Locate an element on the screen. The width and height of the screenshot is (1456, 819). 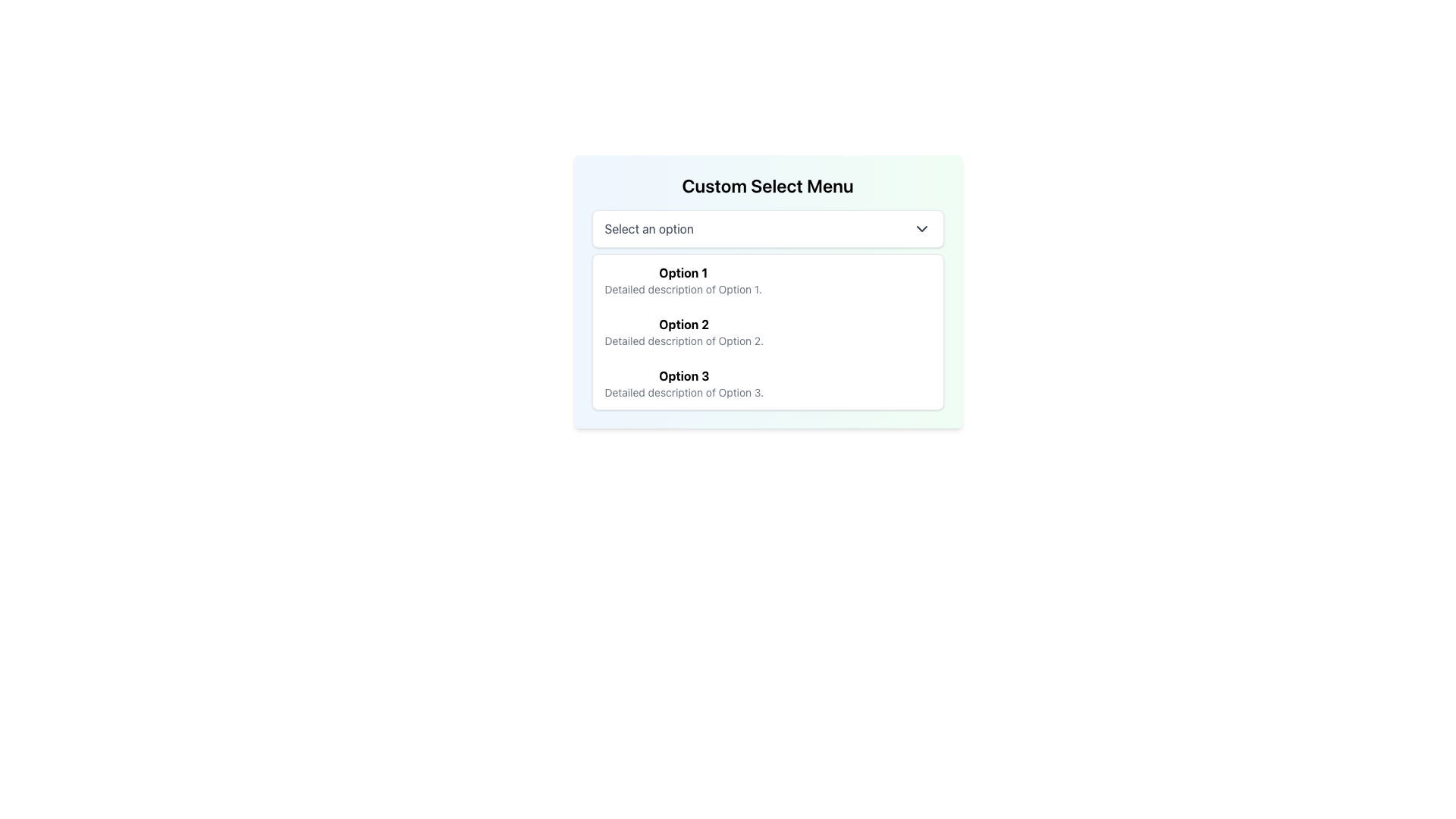
to select the menu item labeled 'Option 2' with a detailed description in a dropdown menu is located at coordinates (767, 331).